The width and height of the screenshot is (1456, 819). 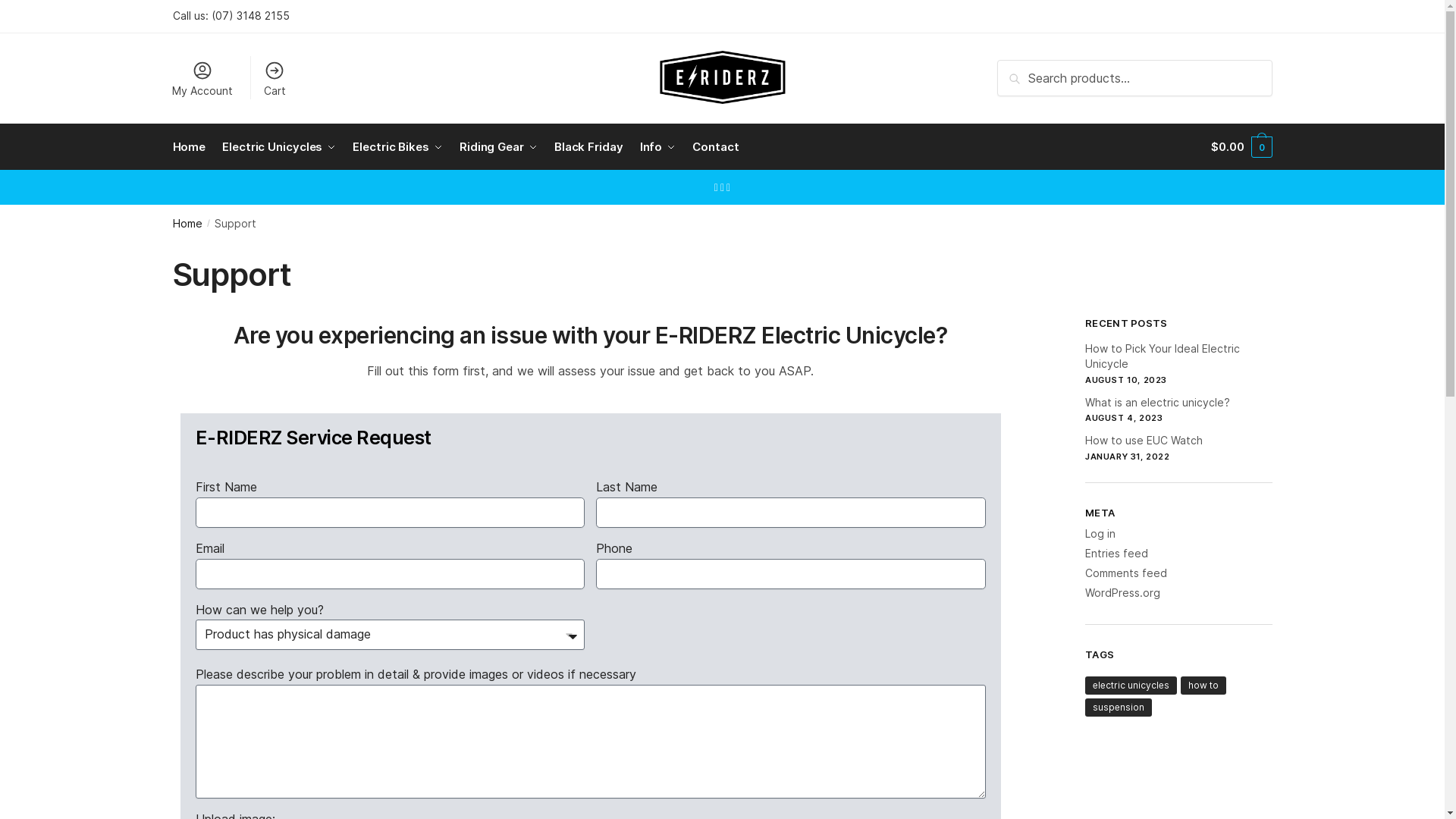 What do you see at coordinates (187, 223) in the screenshot?
I see `'Home'` at bounding box center [187, 223].